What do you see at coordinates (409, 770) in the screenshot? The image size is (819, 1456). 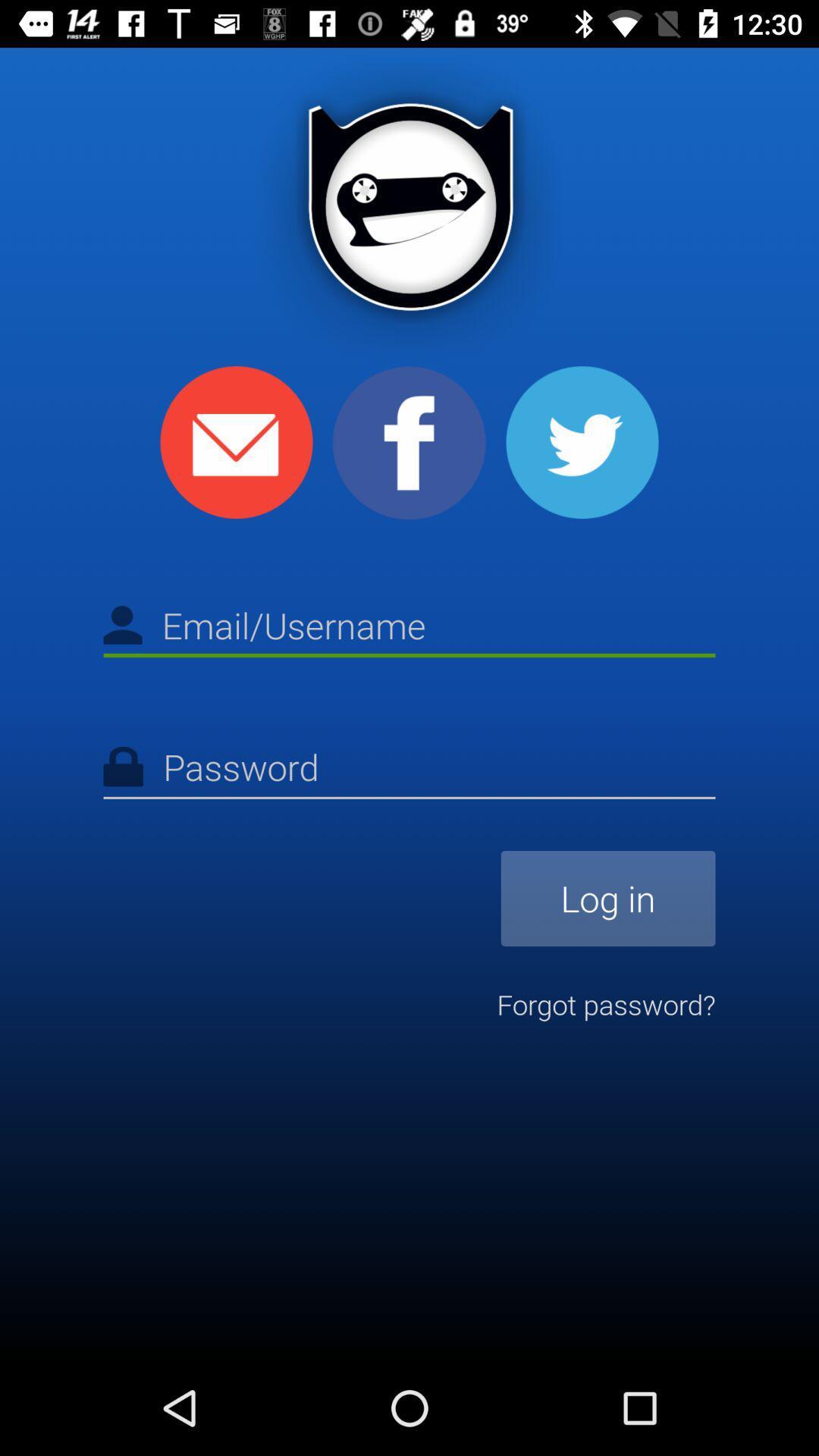 I see `type the password` at bounding box center [409, 770].